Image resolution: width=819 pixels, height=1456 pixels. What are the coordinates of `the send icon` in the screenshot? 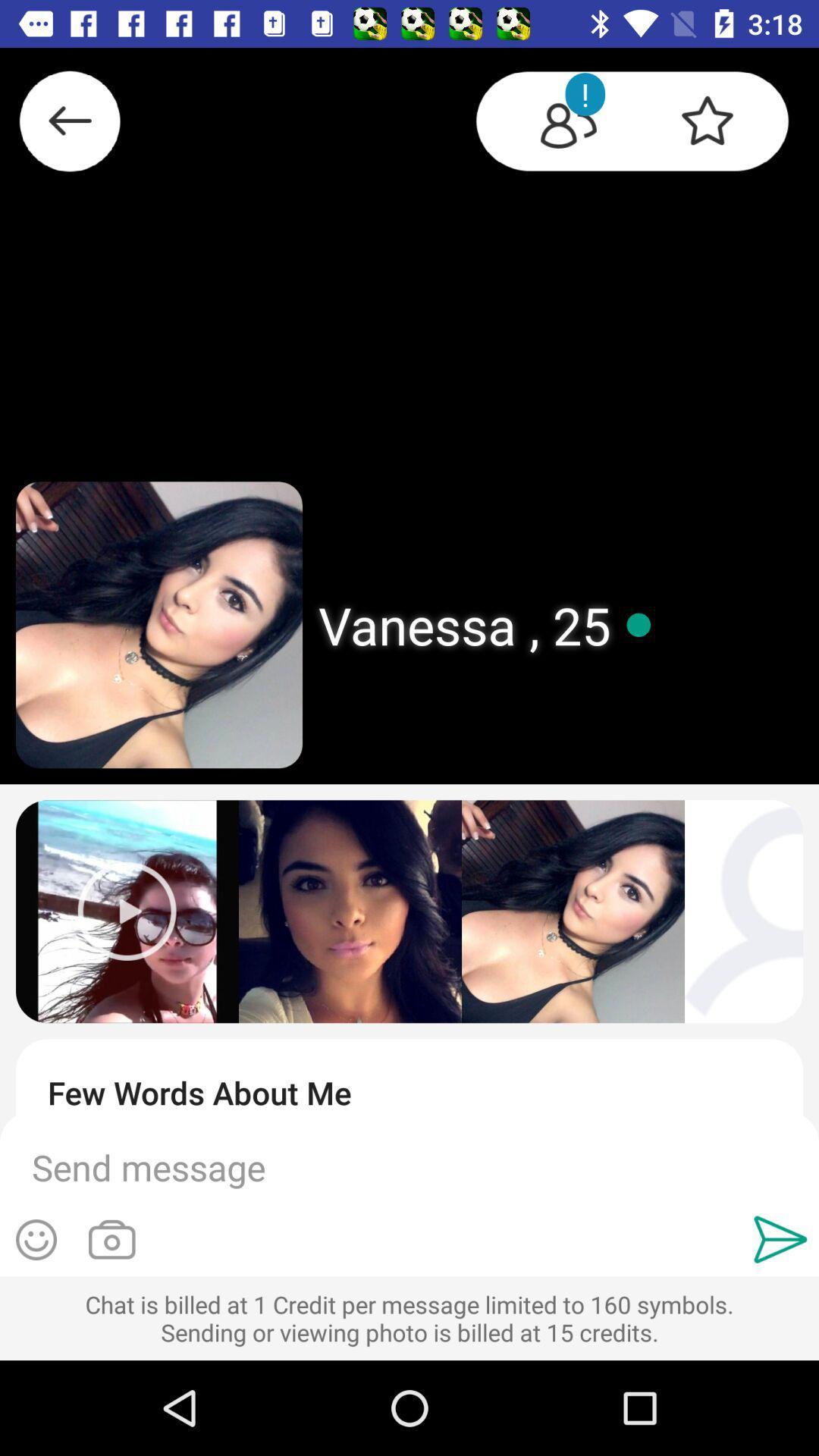 It's located at (780, 1239).